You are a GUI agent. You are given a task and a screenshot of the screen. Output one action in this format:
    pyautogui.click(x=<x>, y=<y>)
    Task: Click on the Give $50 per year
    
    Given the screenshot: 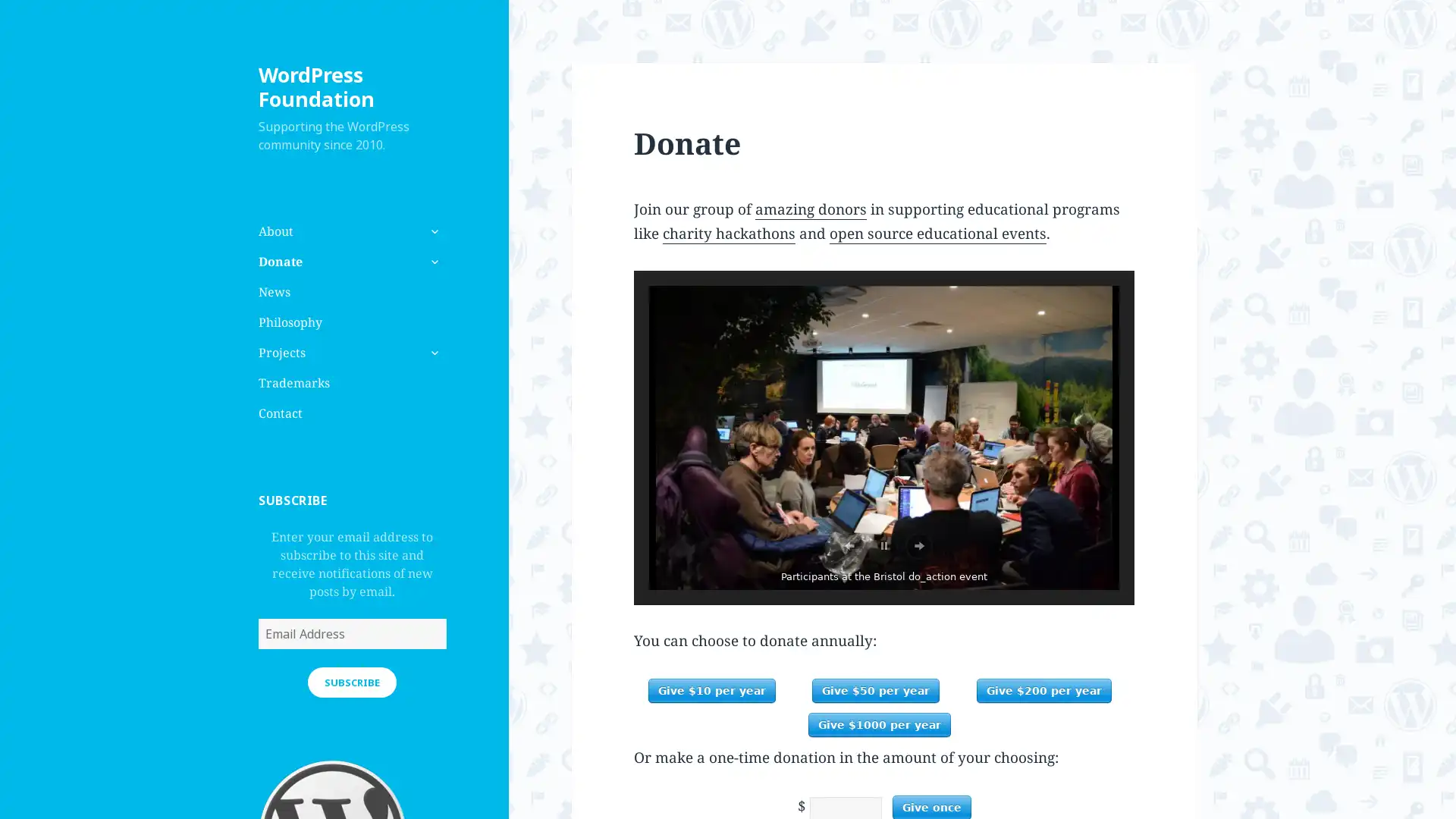 What is the action you would take?
    pyautogui.click(x=876, y=690)
    